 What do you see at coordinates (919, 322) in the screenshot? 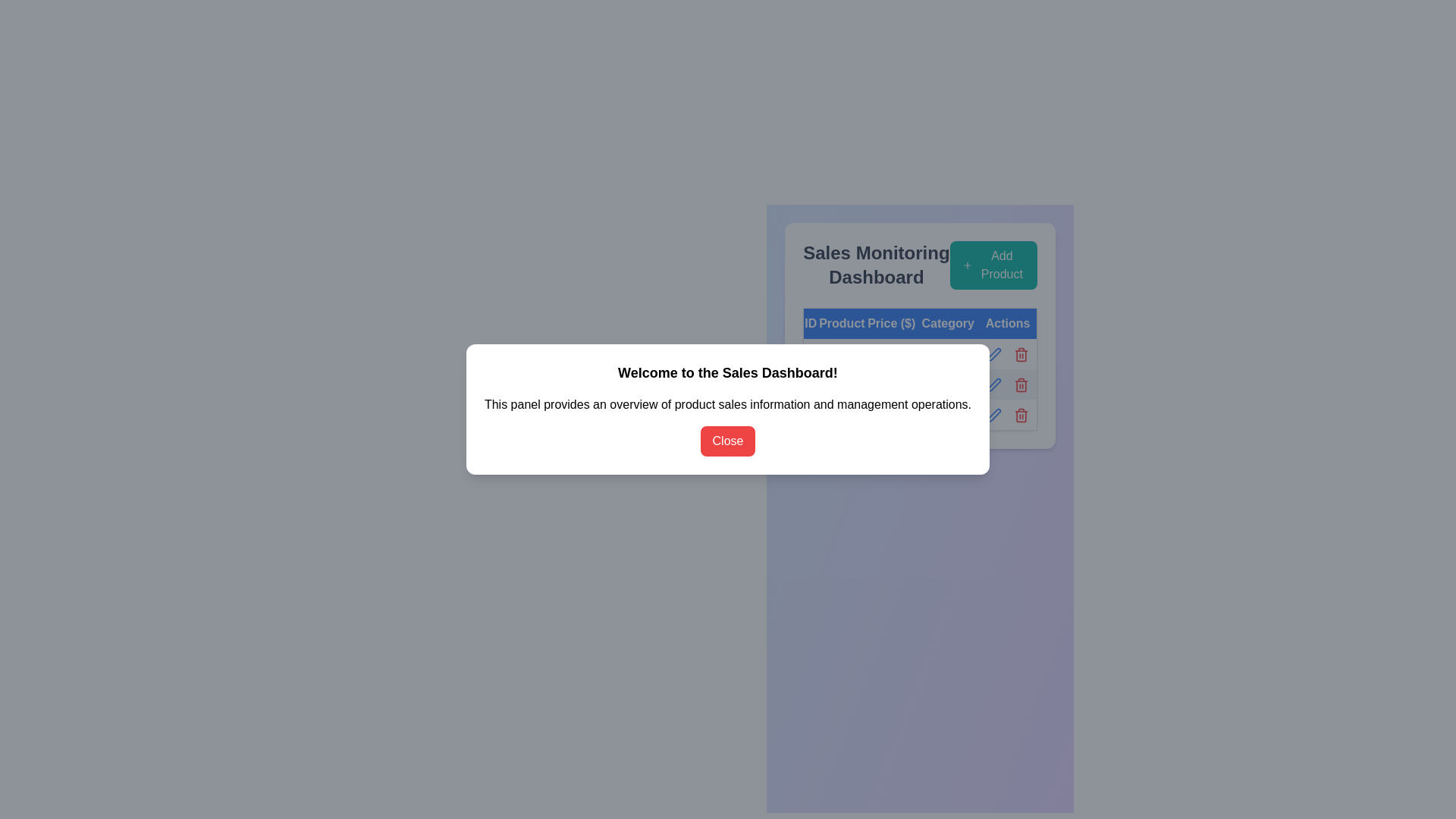
I see `column headings of the table header row with a blue background and white text, which includes titles: 'ID', 'Product', 'Price ($)', 'Category', and 'Actions'` at bounding box center [919, 322].